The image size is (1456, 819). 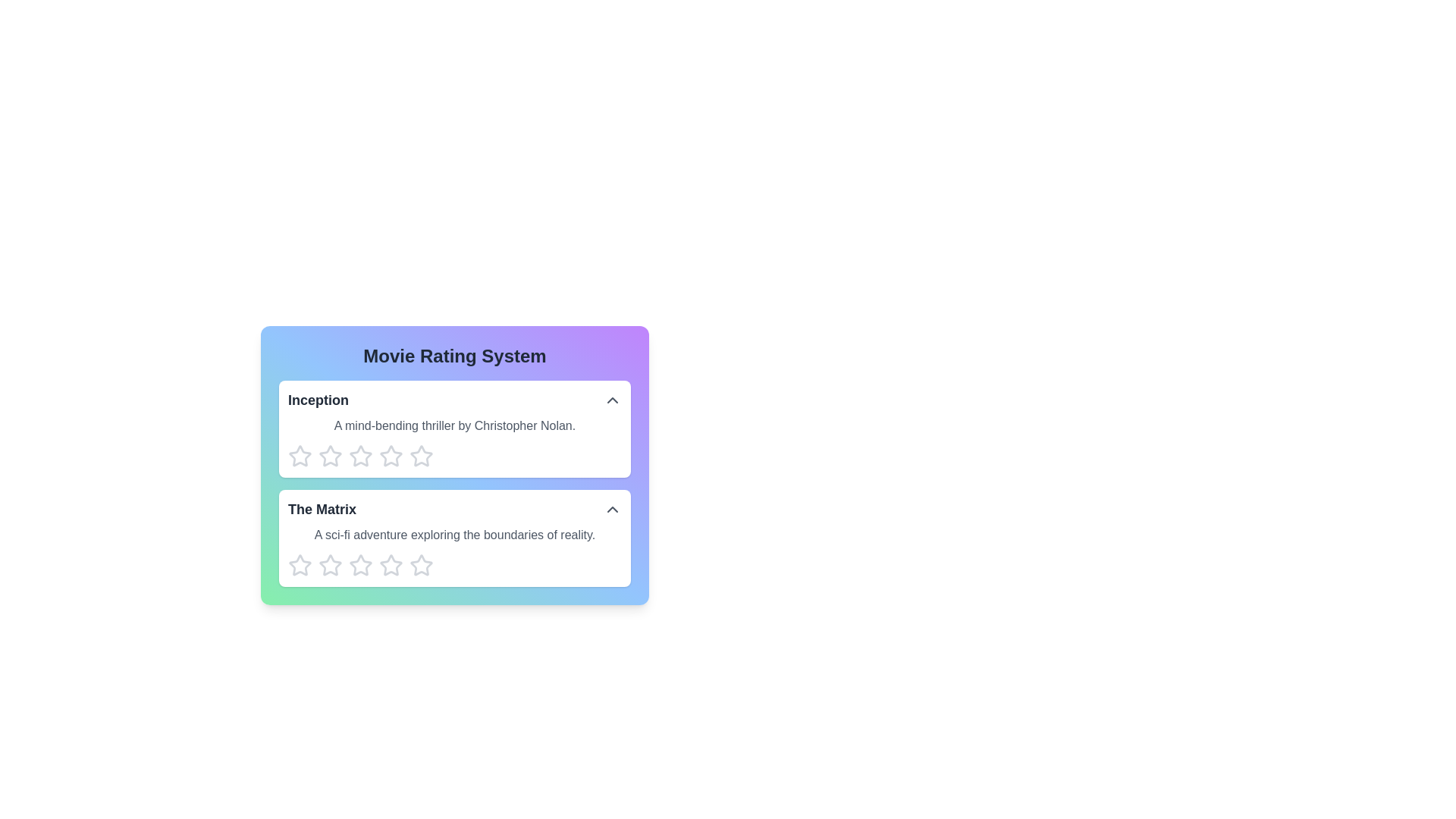 I want to click on the fourth star icon in the rating system for 'The Matrix', so click(x=422, y=565).